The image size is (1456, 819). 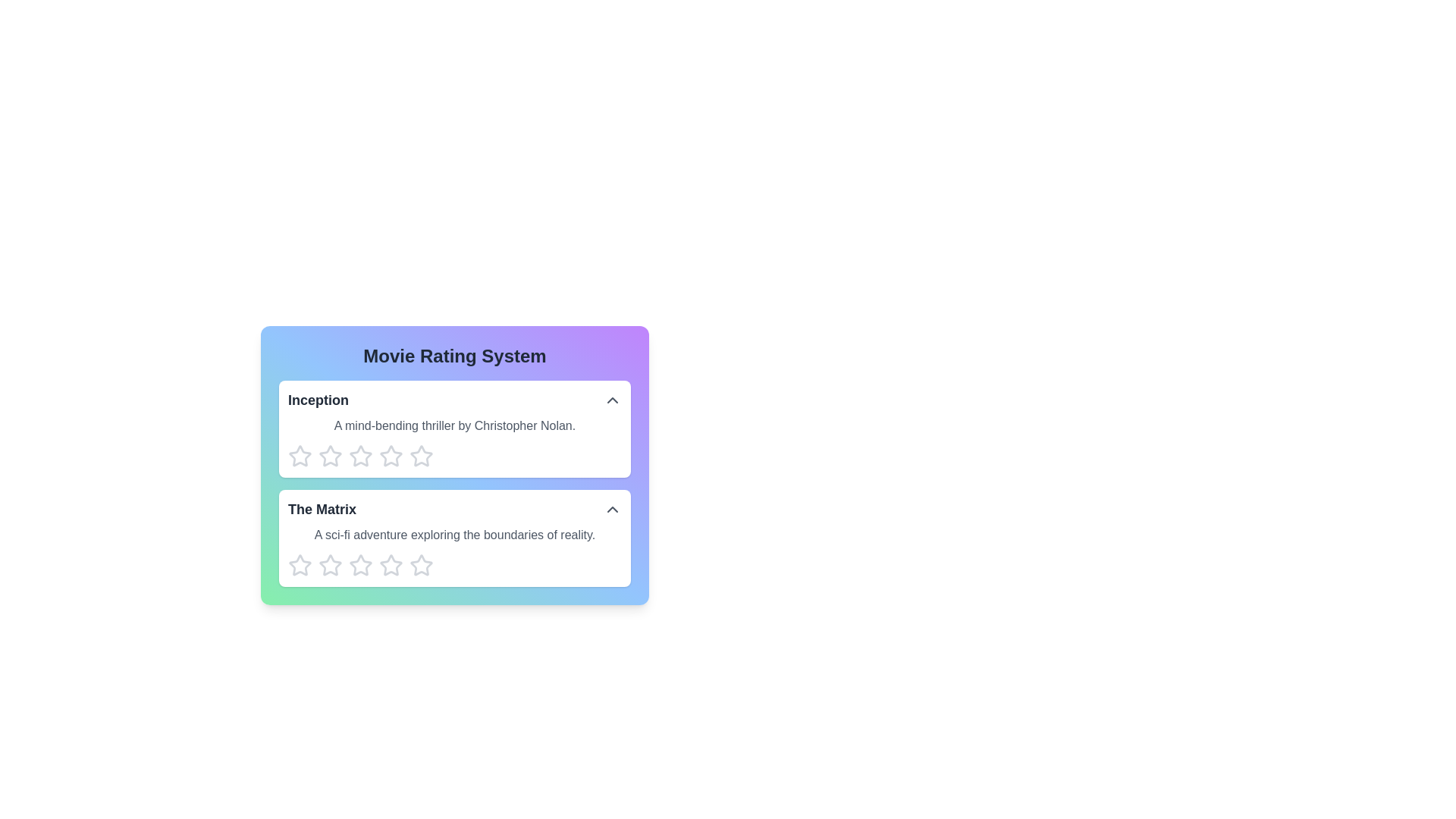 I want to click on the fourth star icon in the rating system for 'The Matrix', so click(x=422, y=565).